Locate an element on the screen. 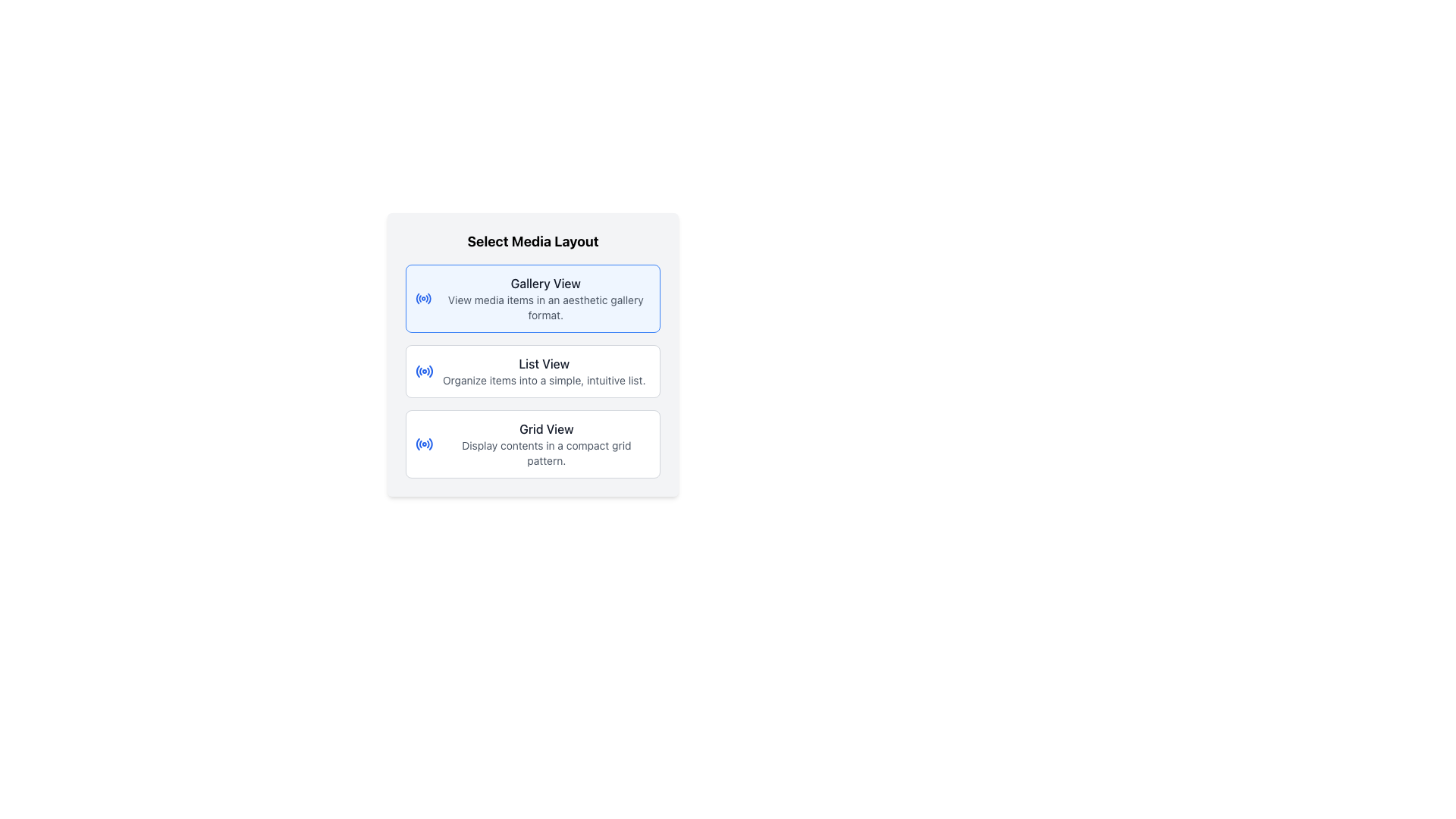 This screenshot has width=1456, height=819. text content of the text label that reads 'List View', which is styled with a medium-sized gray font and is centrally positioned below 'Gallery View' and above 'Grid View' is located at coordinates (544, 363).